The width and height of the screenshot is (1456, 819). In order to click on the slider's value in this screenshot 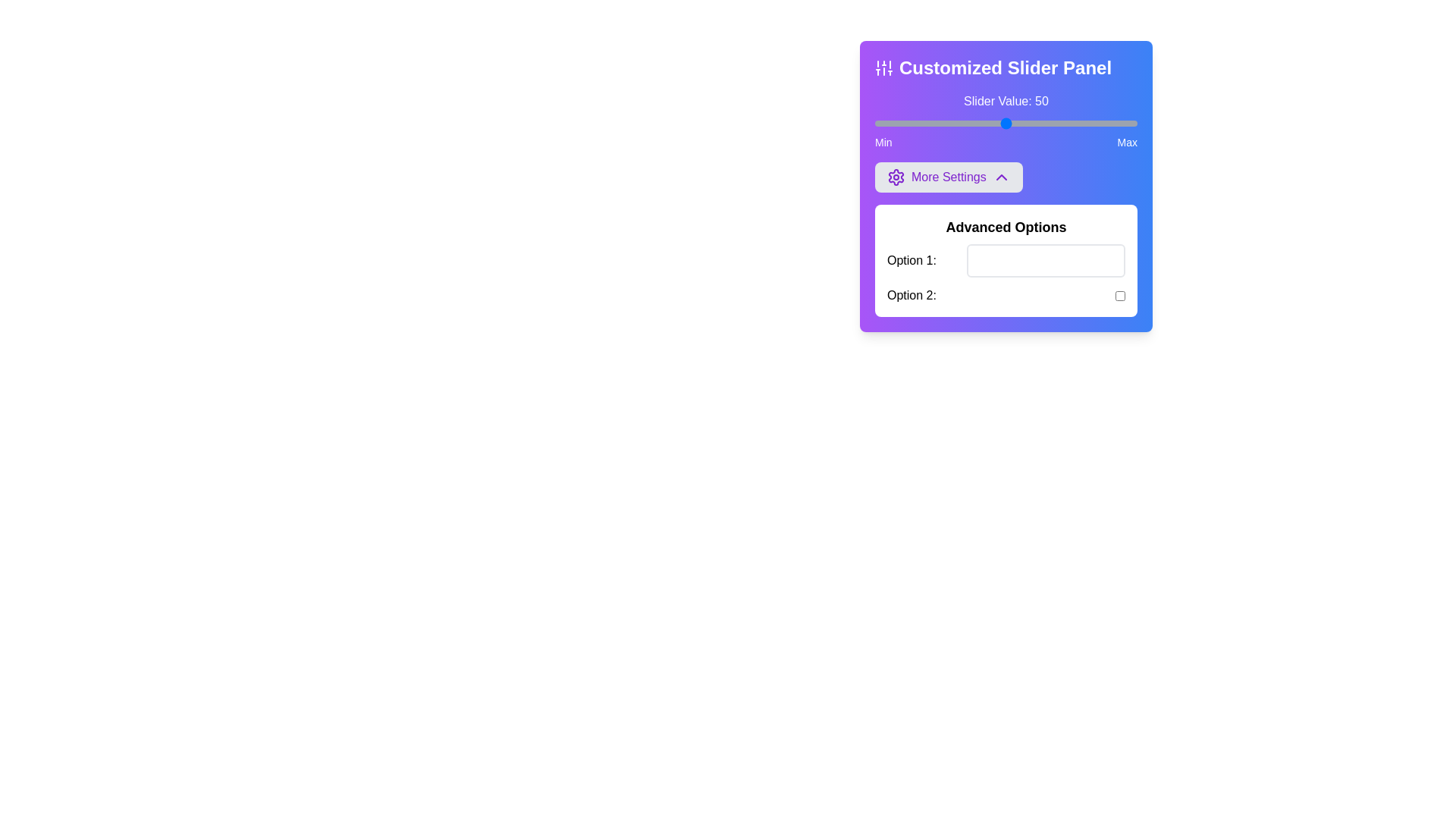, I will do `click(961, 122)`.